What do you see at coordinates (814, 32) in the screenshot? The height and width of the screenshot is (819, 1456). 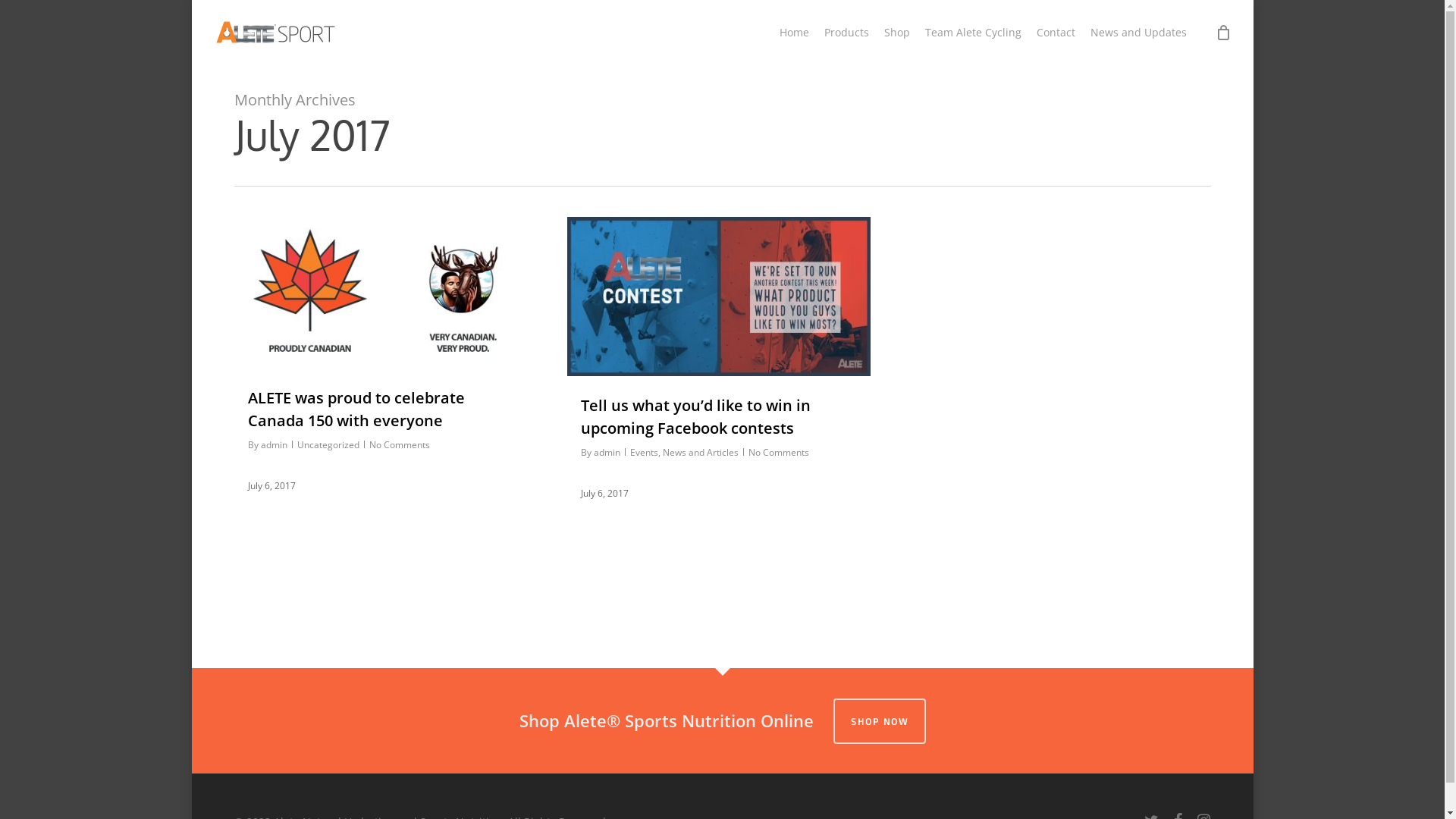 I see `'Products'` at bounding box center [814, 32].